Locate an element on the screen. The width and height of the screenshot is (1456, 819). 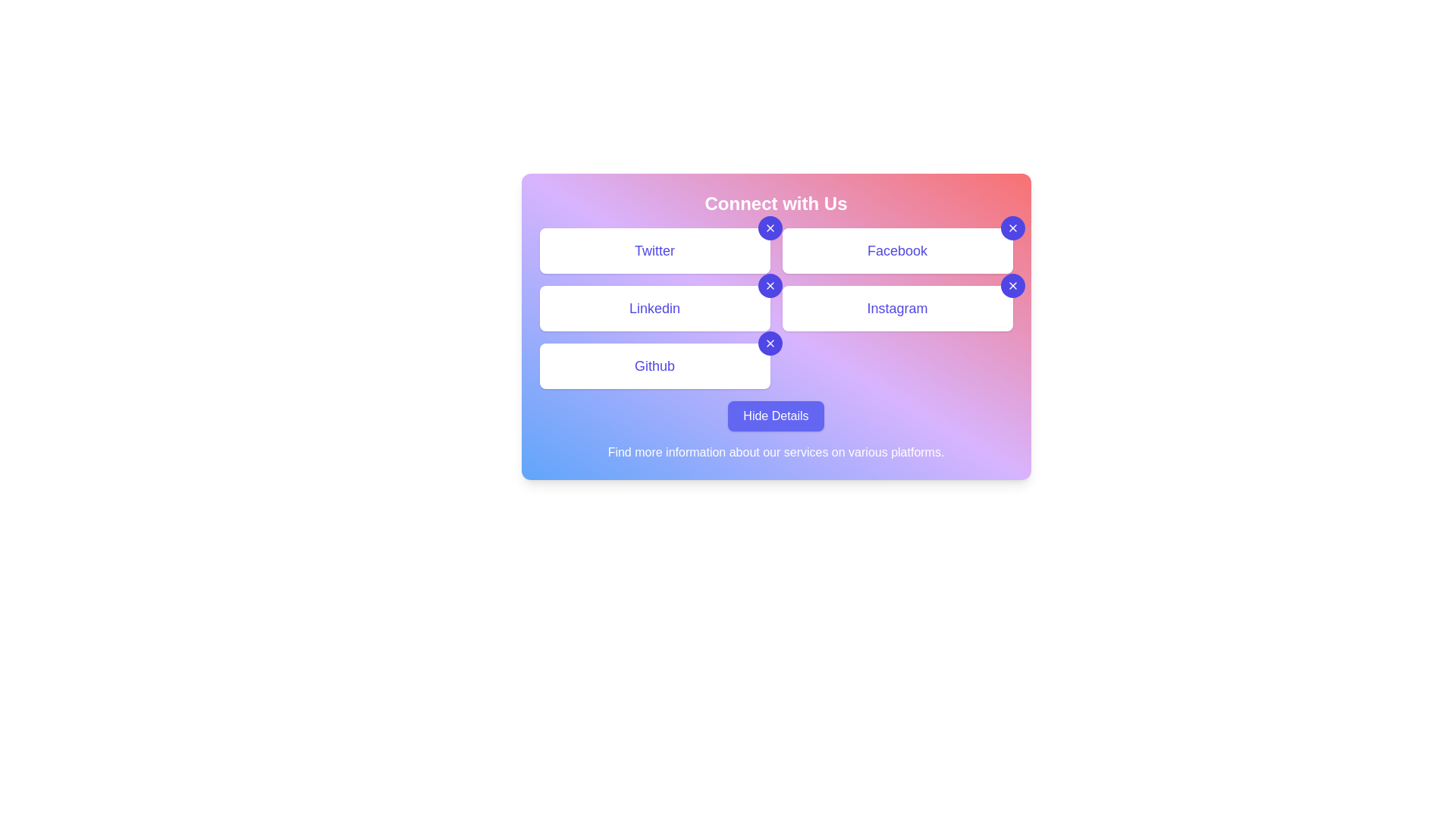
the Close Button located in the top-right corner of the Instagram section is located at coordinates (1012, 286).